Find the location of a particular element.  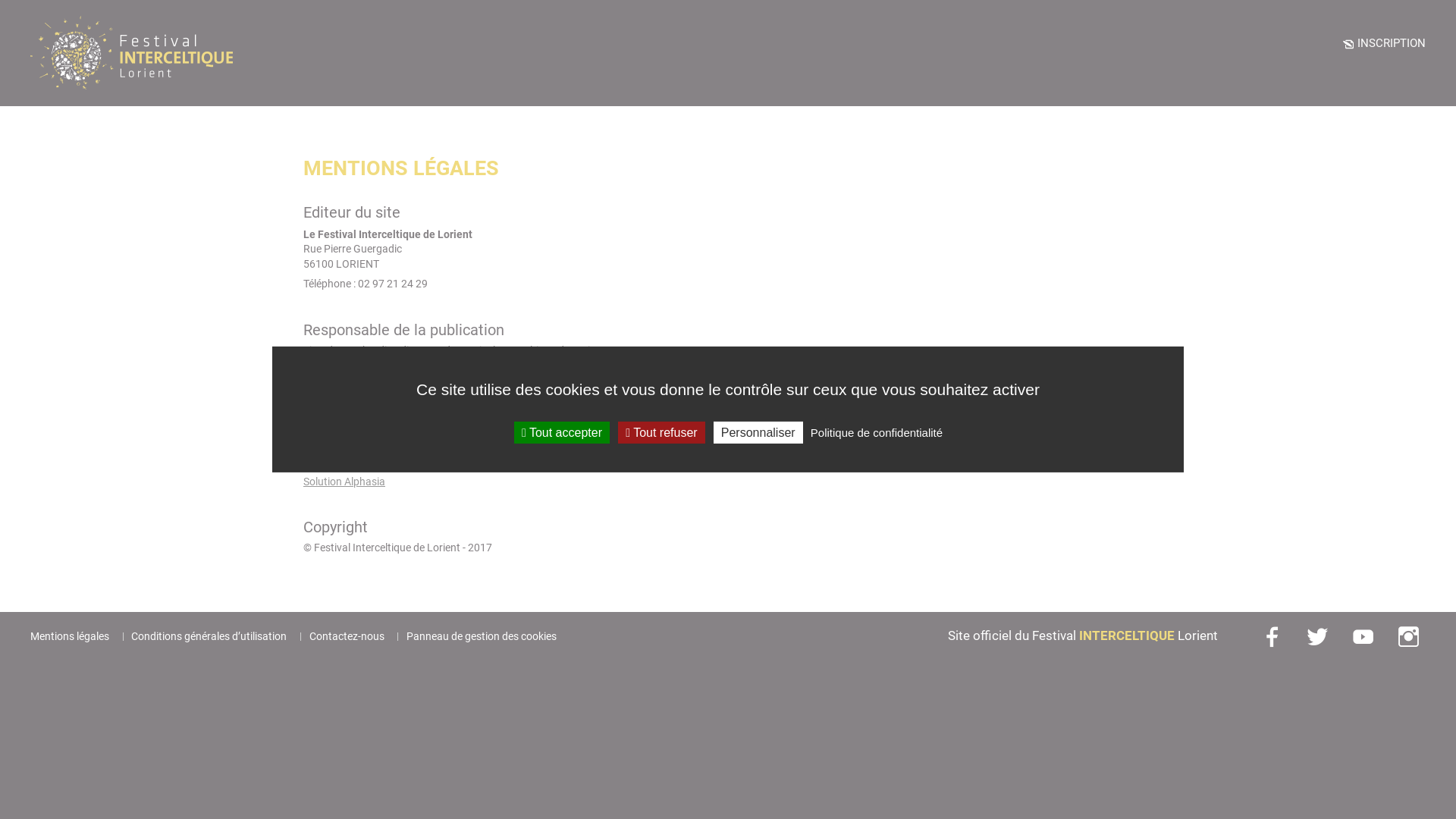

'Solution Alphasia' is located at coordinates (344, 482).